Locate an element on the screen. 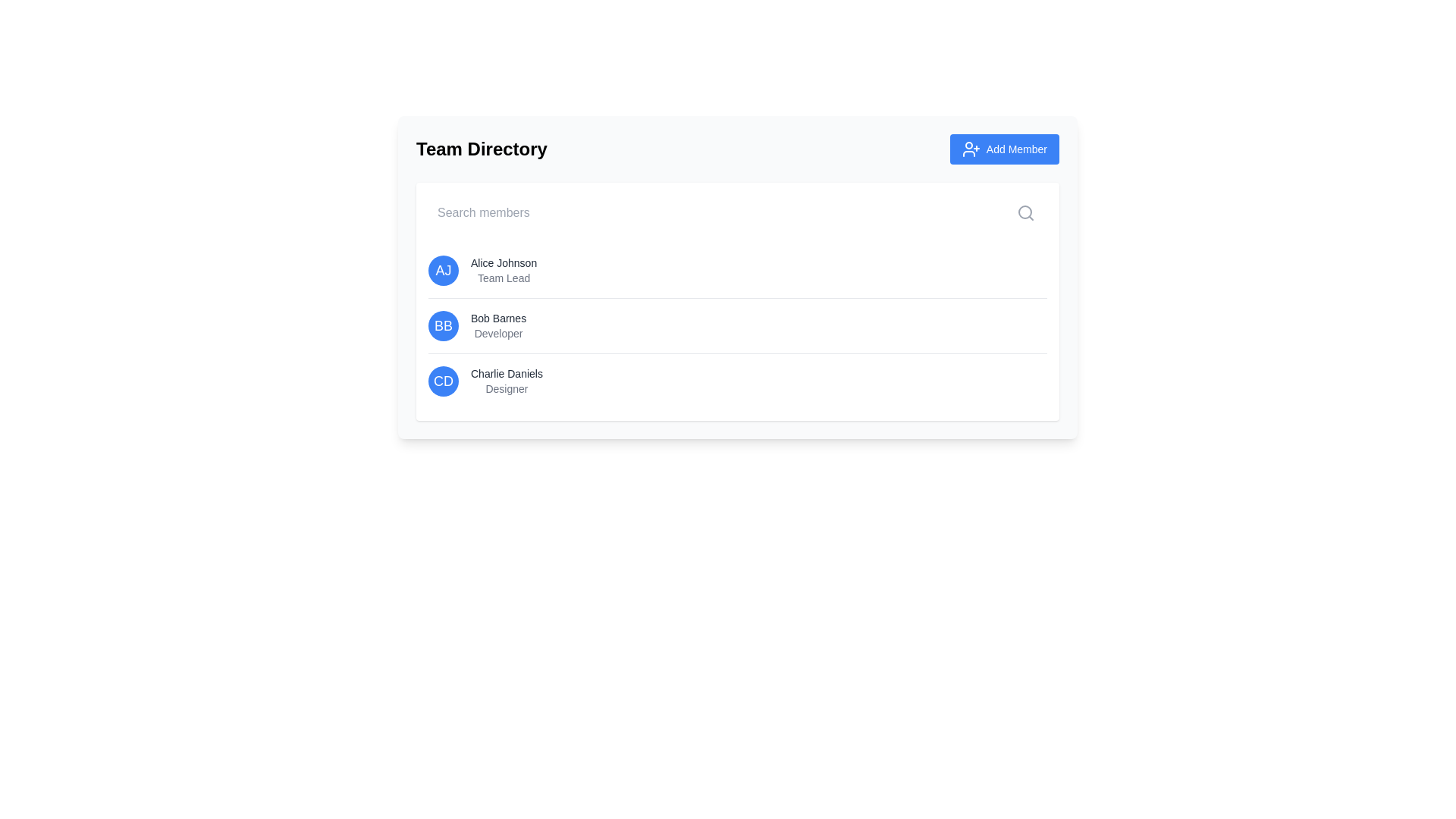 The height and width of the screenshot is (819, 1456). the text label identifying Bob Barnes, a Developer, in the Team Directory interface is located at coordinates (498, 318).